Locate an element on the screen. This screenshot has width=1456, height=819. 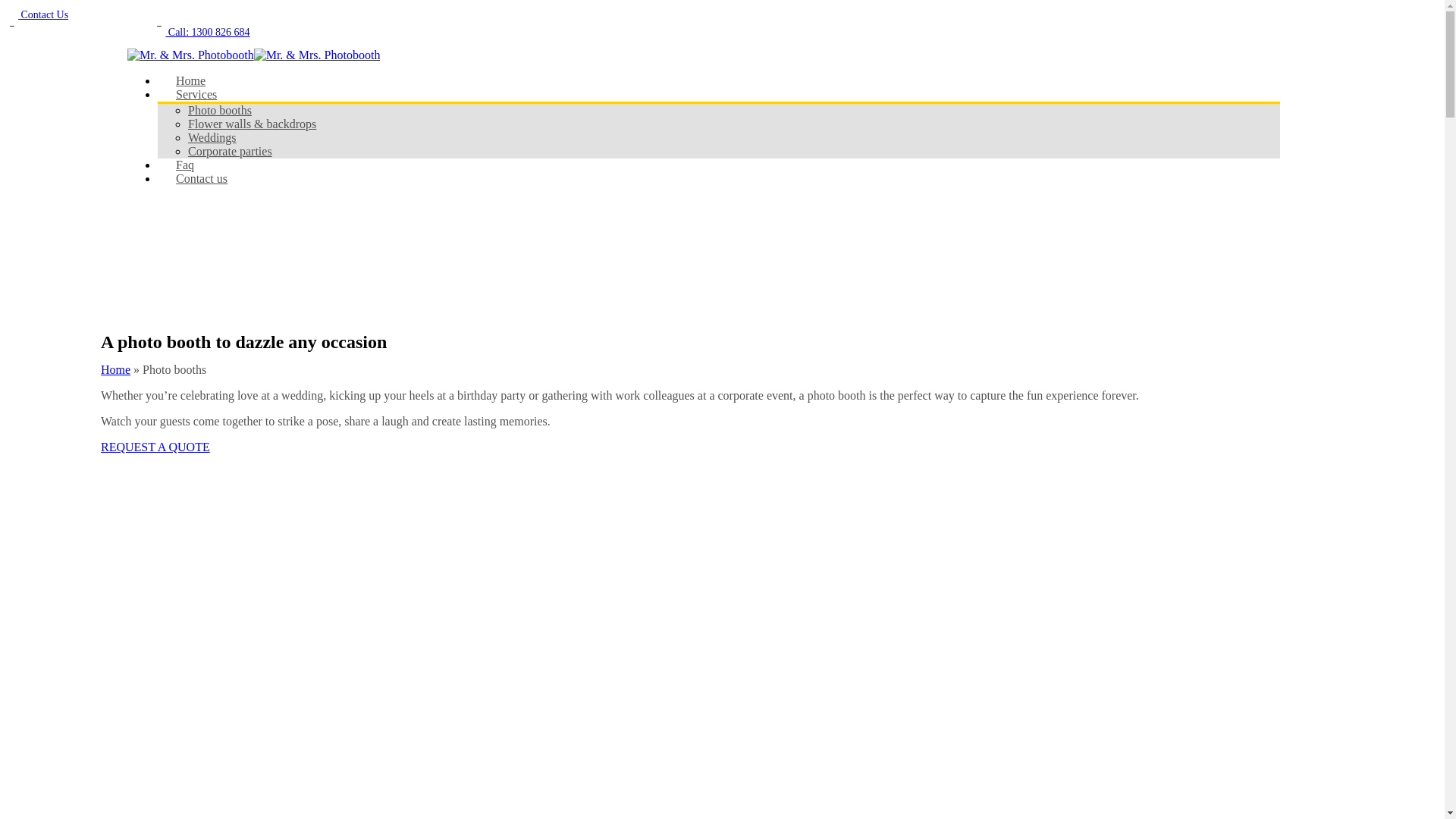
'Services' is located at coordinates (157, 94).